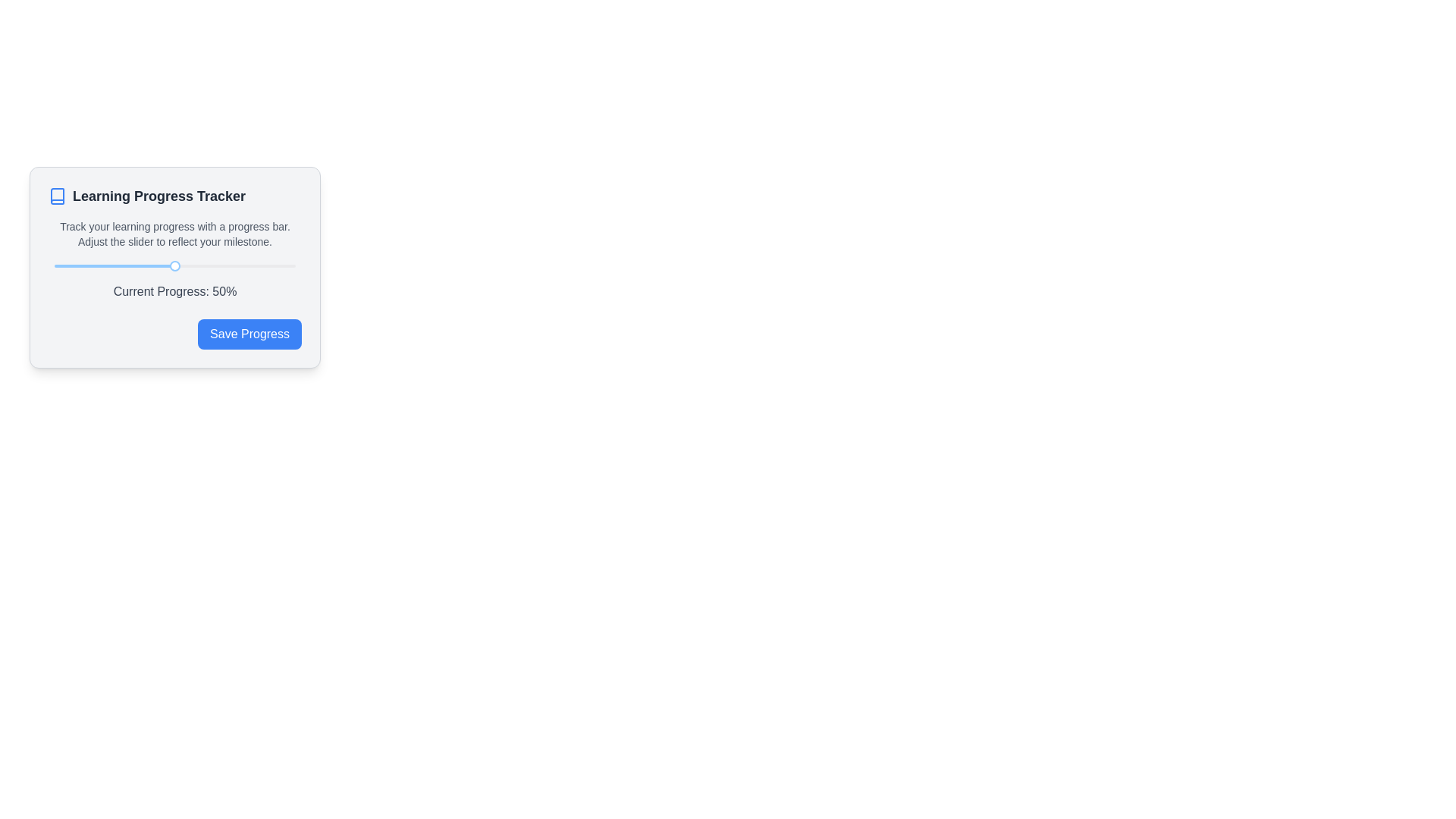 The height and width of the screenshot is (819, 1456). What do you see at coordinates (174, 333) in the screenshot?
I see `the blue 'Save Progress' button with rounded corners` at bounding box center [174, 333].